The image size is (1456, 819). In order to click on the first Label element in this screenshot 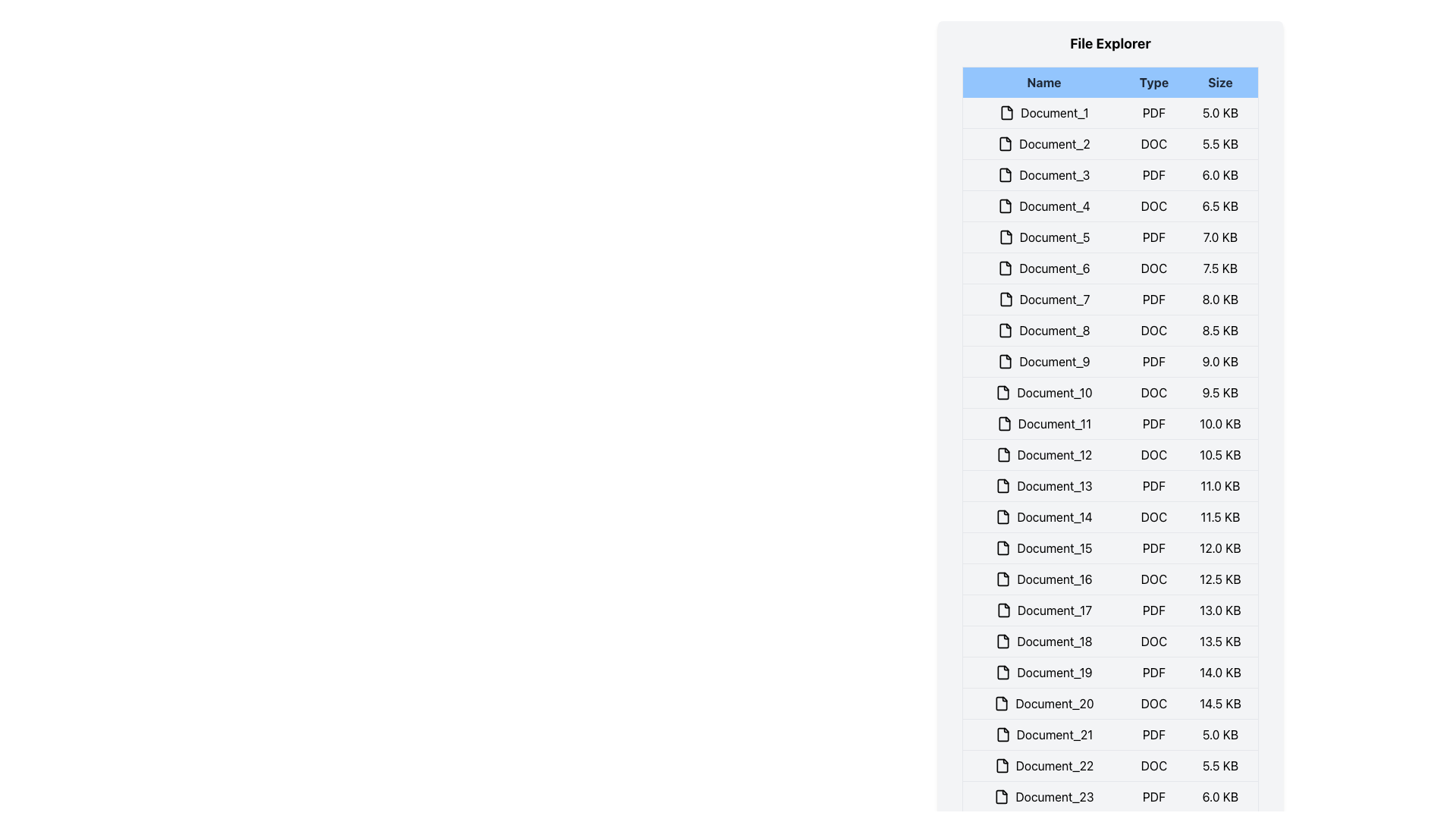, I will do `click(1043, 112)`.